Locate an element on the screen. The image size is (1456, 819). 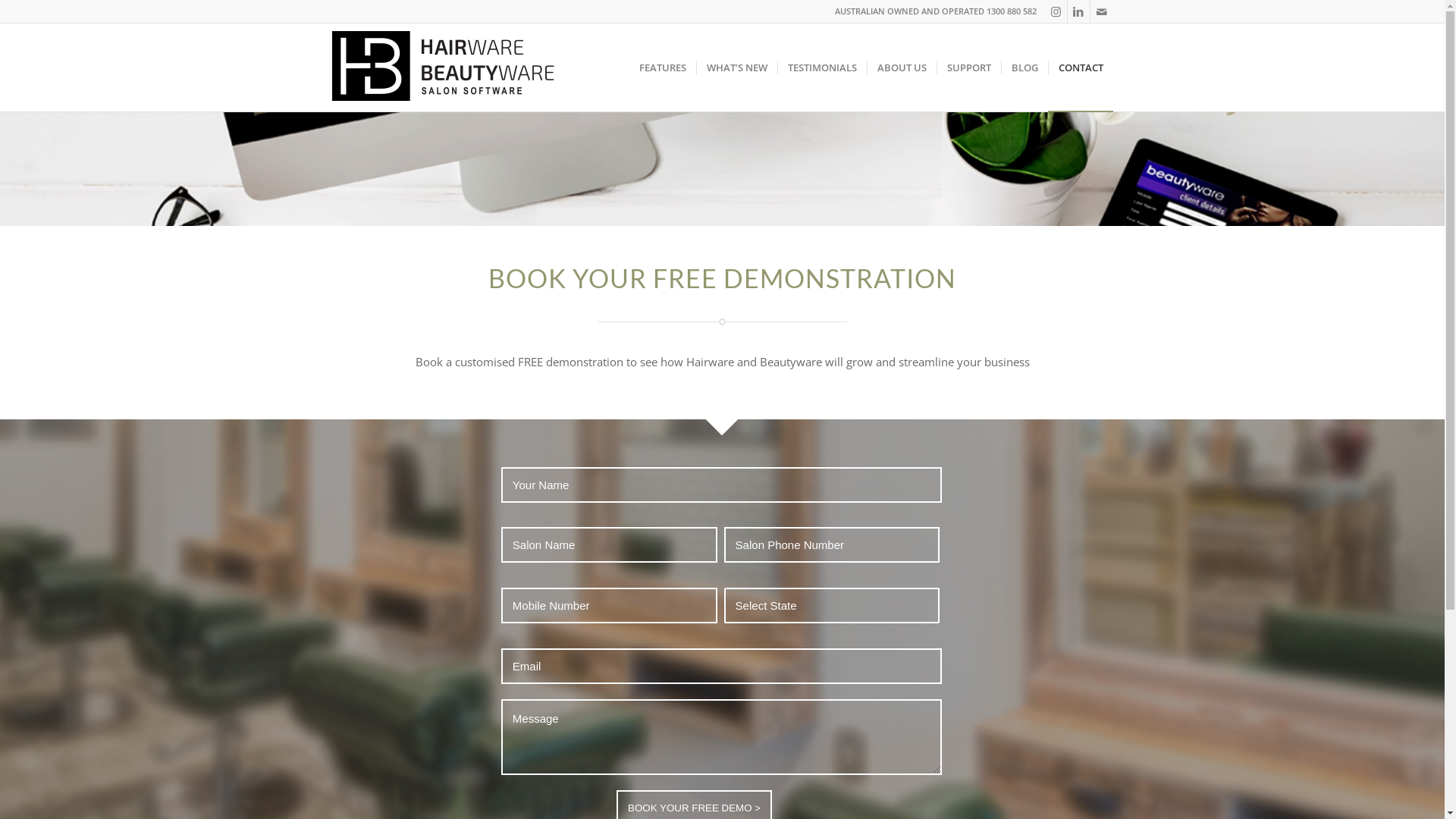
'TESTIMONIALS' is located at coordinates (821, 66).